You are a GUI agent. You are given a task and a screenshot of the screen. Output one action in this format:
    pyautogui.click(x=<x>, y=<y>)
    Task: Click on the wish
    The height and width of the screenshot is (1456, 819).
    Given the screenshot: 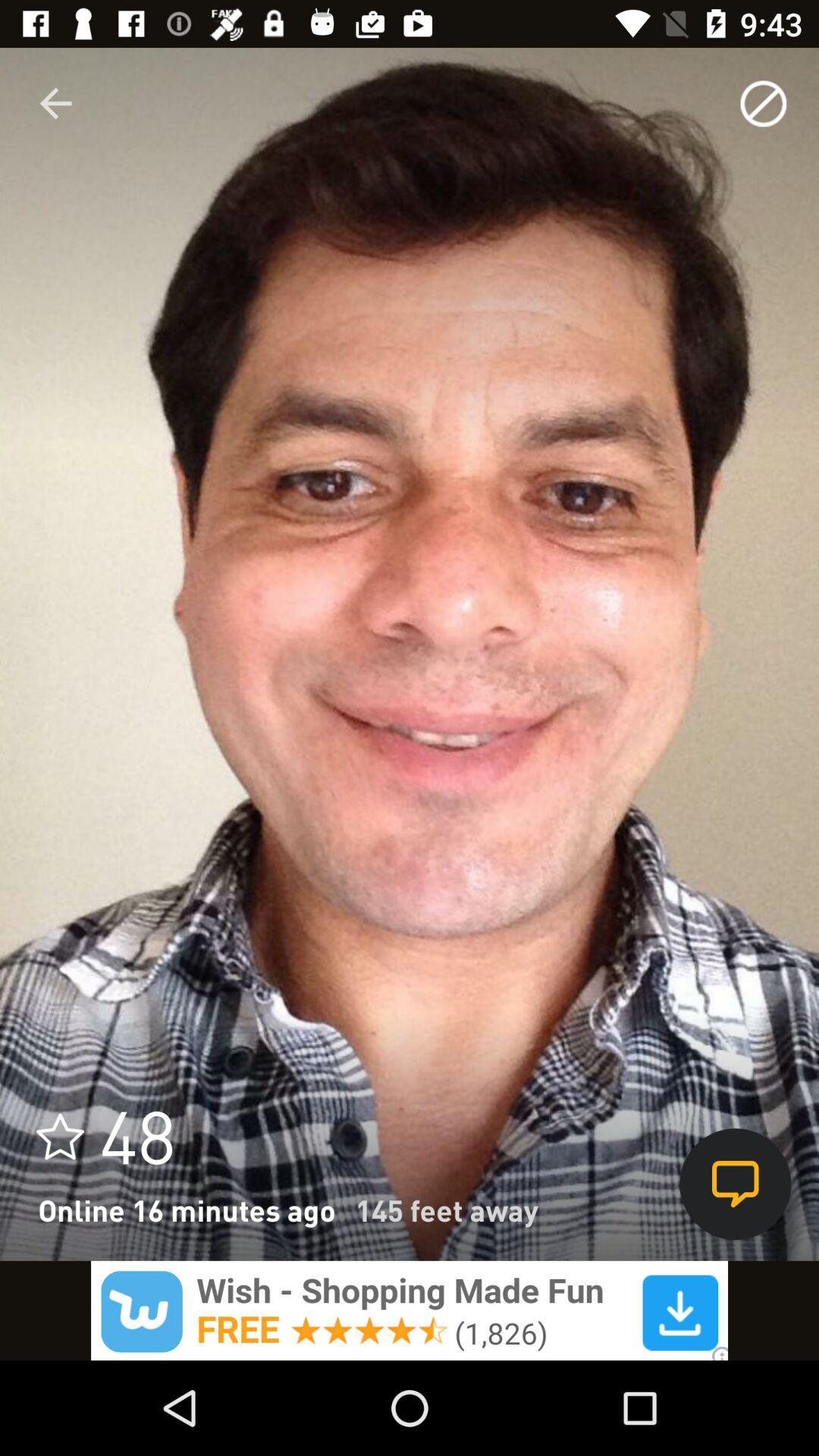 What is the action you would take?
    pyautogui.click(x=409, y=1310)
    